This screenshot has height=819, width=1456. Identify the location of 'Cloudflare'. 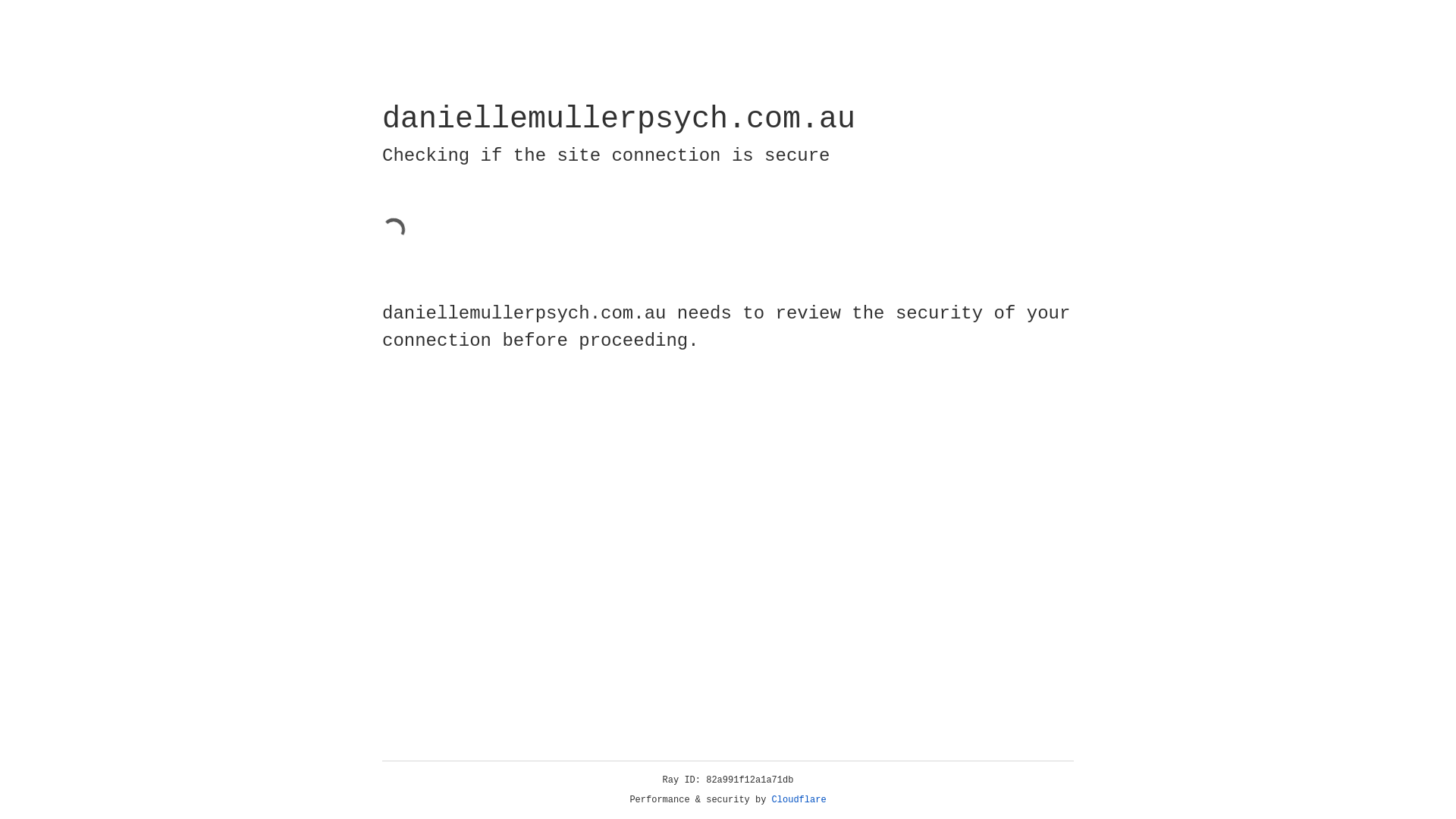
(799, 799).